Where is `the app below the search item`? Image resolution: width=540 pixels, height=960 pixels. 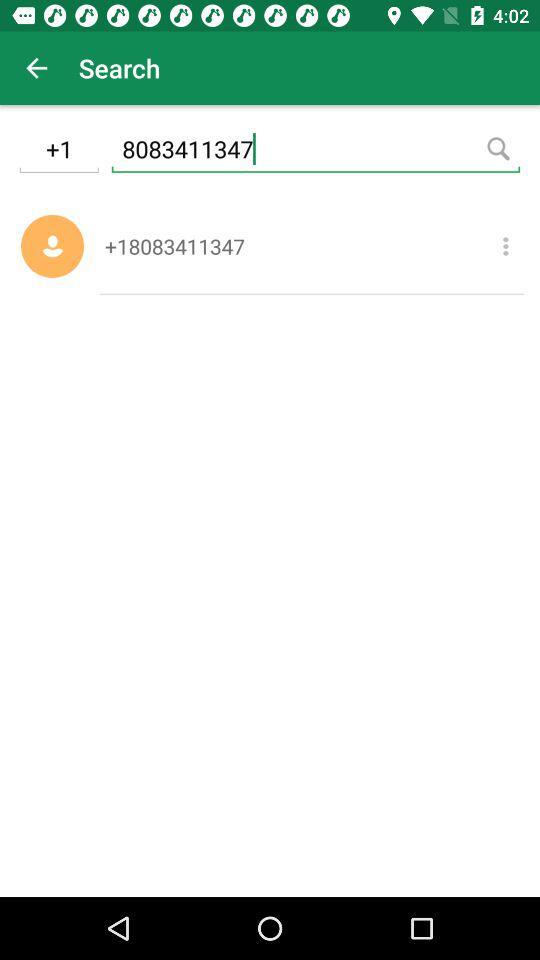 the app below the search item is located at coordinates (315, 151).